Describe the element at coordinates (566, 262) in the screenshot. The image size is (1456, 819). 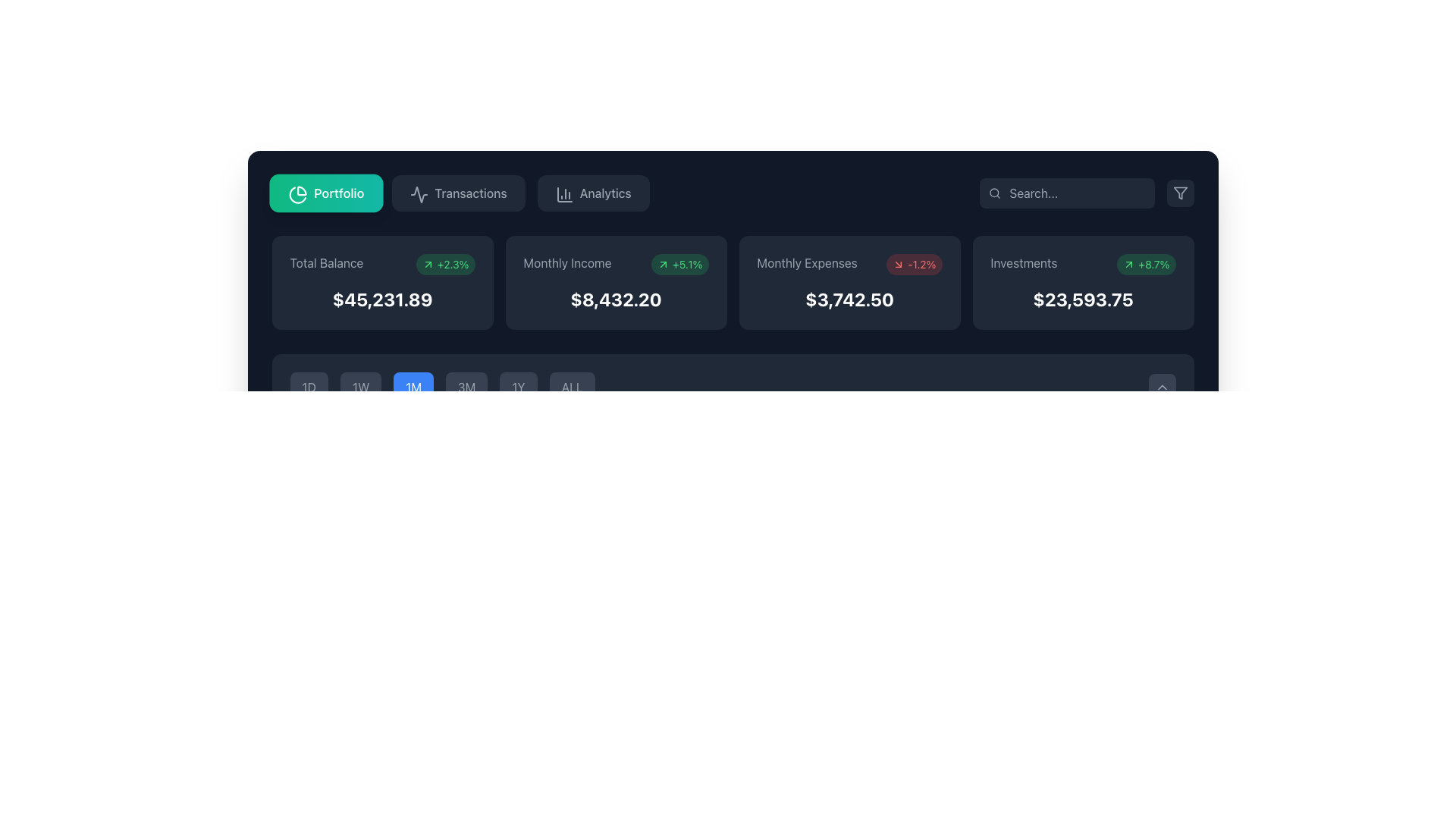
I see `the text label displaying 'Monthly Income' which is styled in gray and positioned at the upper-left corner of its card above the green percentage indicator ('+5.1%')` at that location.